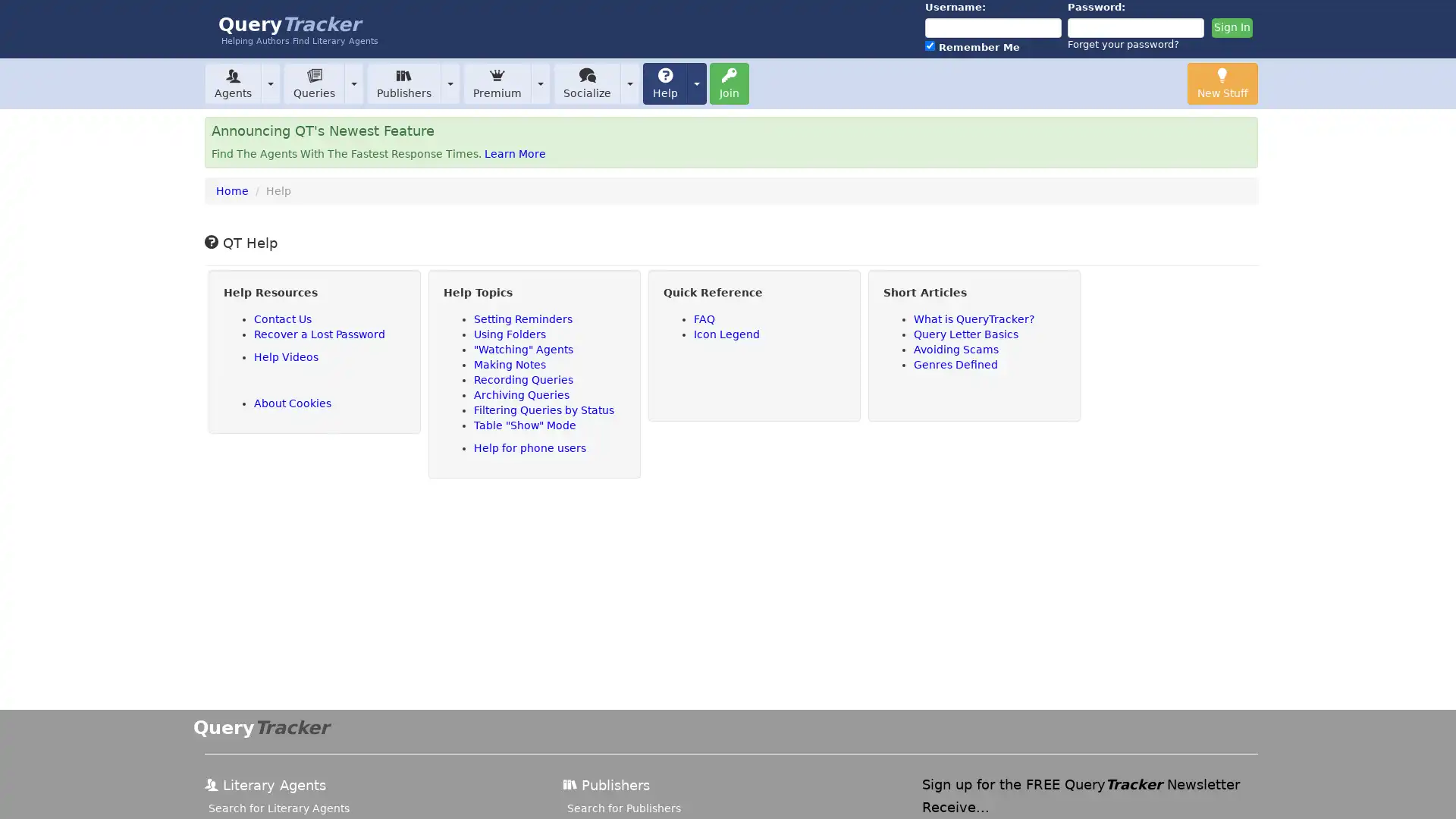 The width and height of the screenshot is (1456, 819). I want to click on Toggle Dropdown, so click(270, 83).